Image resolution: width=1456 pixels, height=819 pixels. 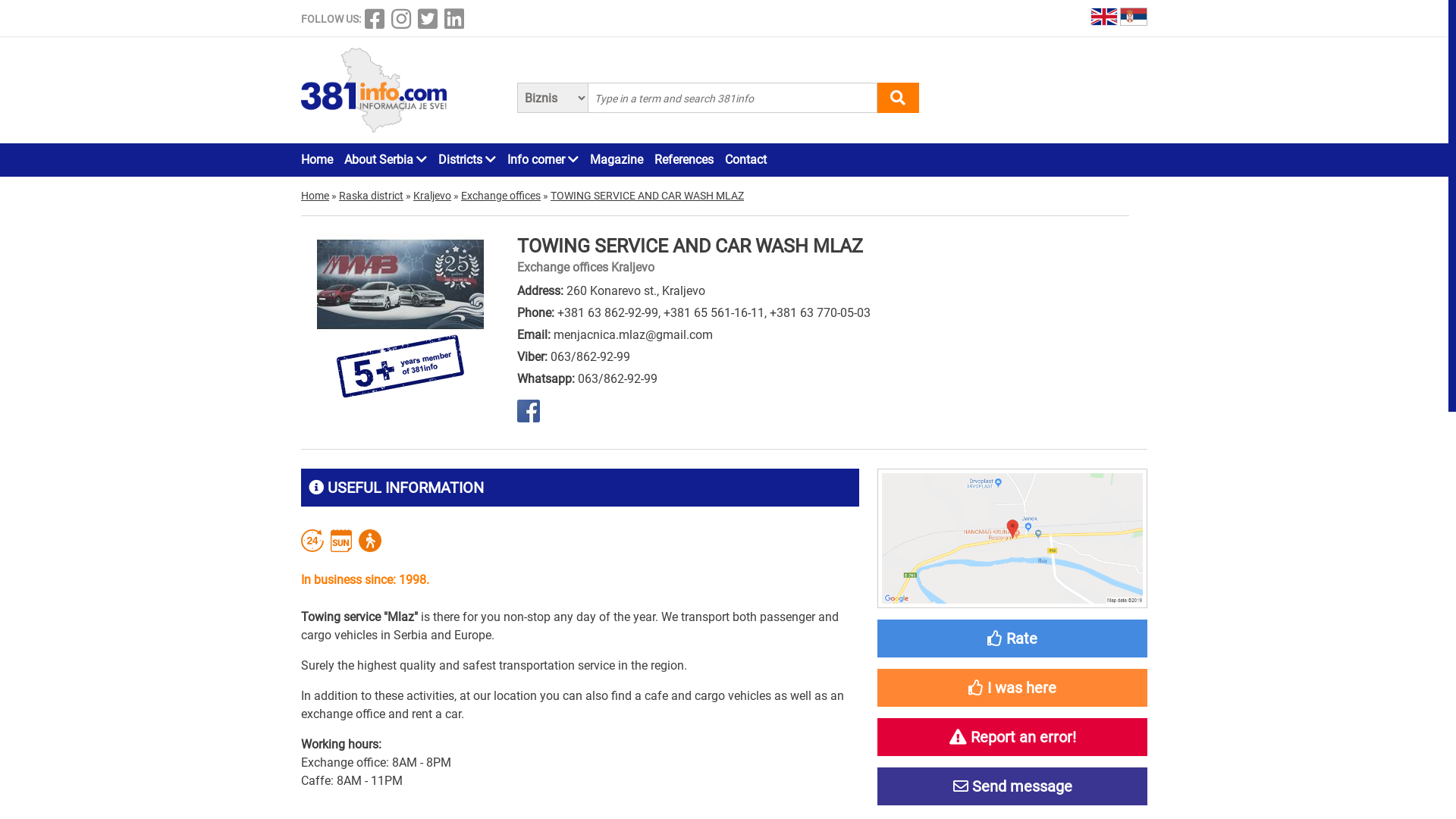 I want to click on '063/862-92-99', so click(x=589, y=356).